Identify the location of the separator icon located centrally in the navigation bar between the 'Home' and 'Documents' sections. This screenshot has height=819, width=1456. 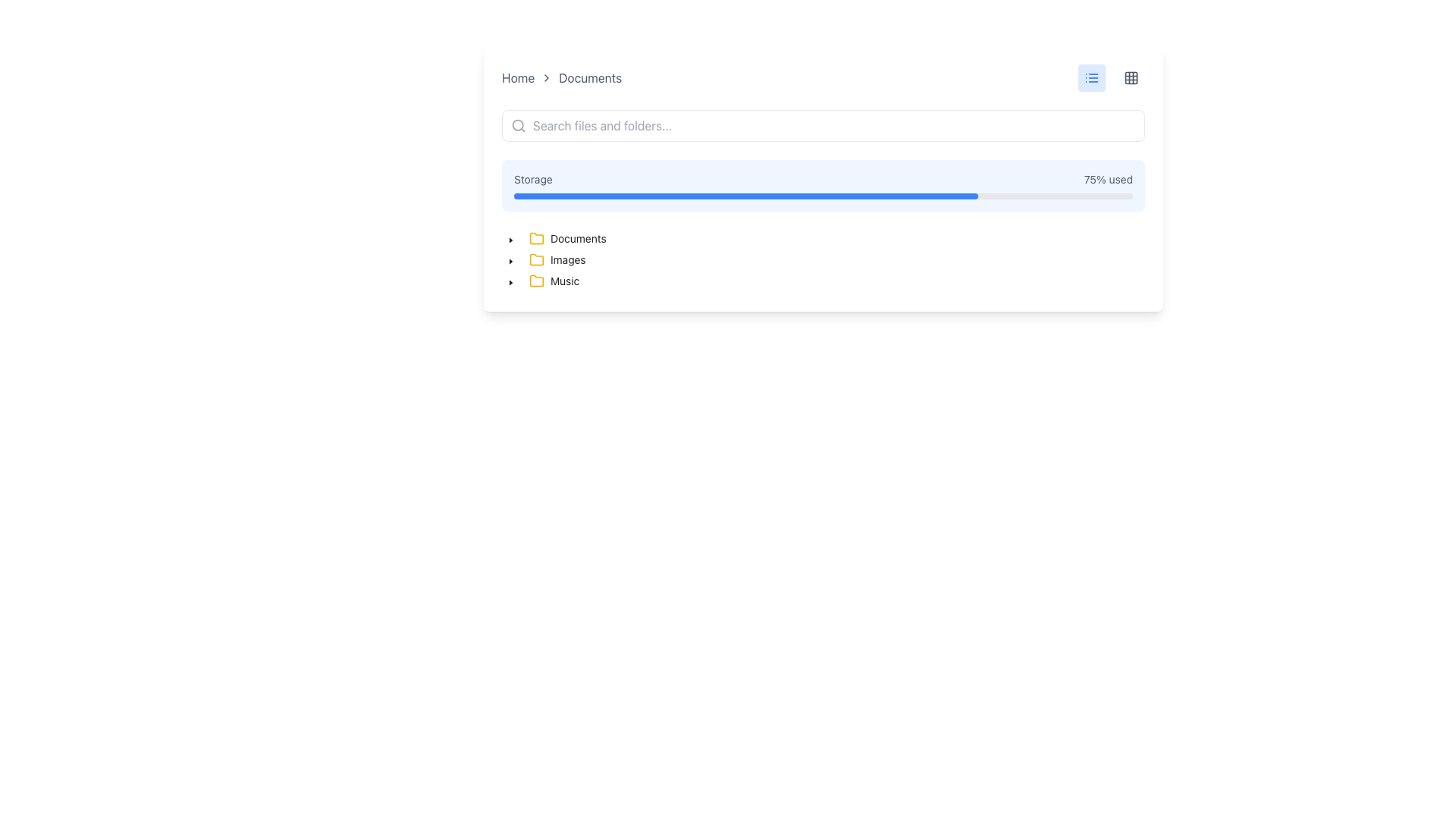
(546, 78).